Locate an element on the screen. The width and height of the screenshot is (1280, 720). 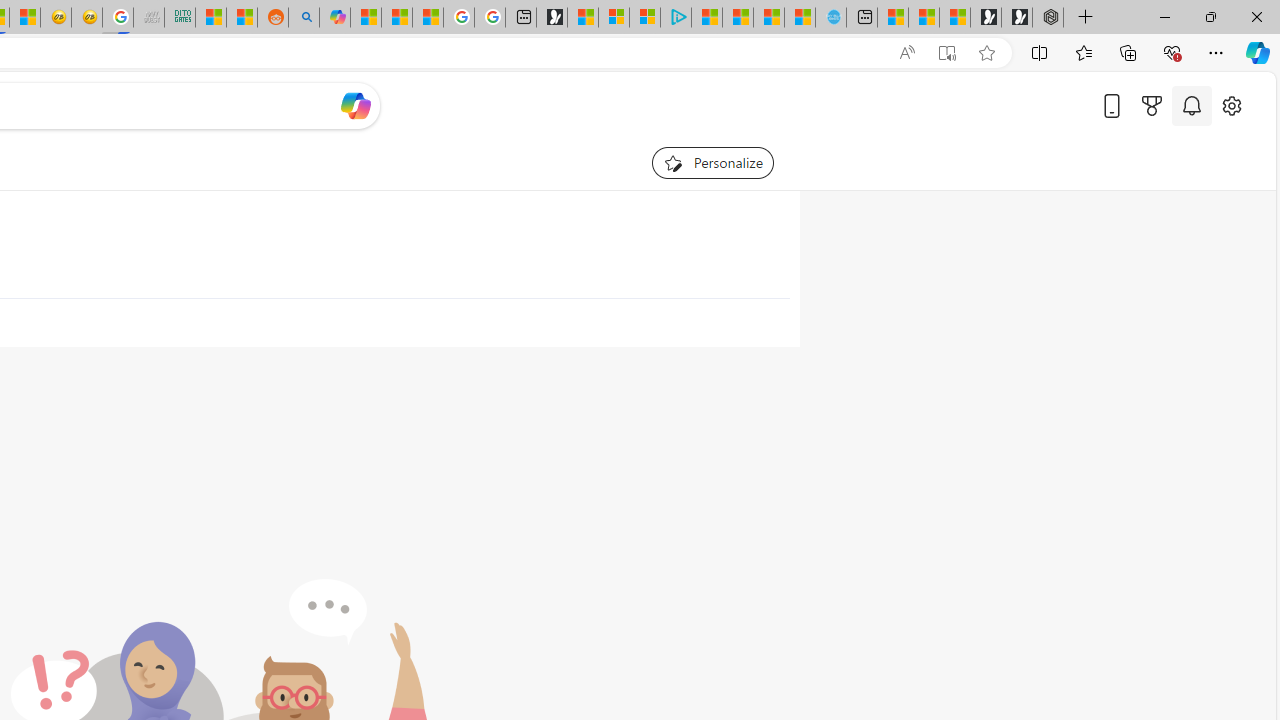
'Collections' is located at coordinates (1128, 51).